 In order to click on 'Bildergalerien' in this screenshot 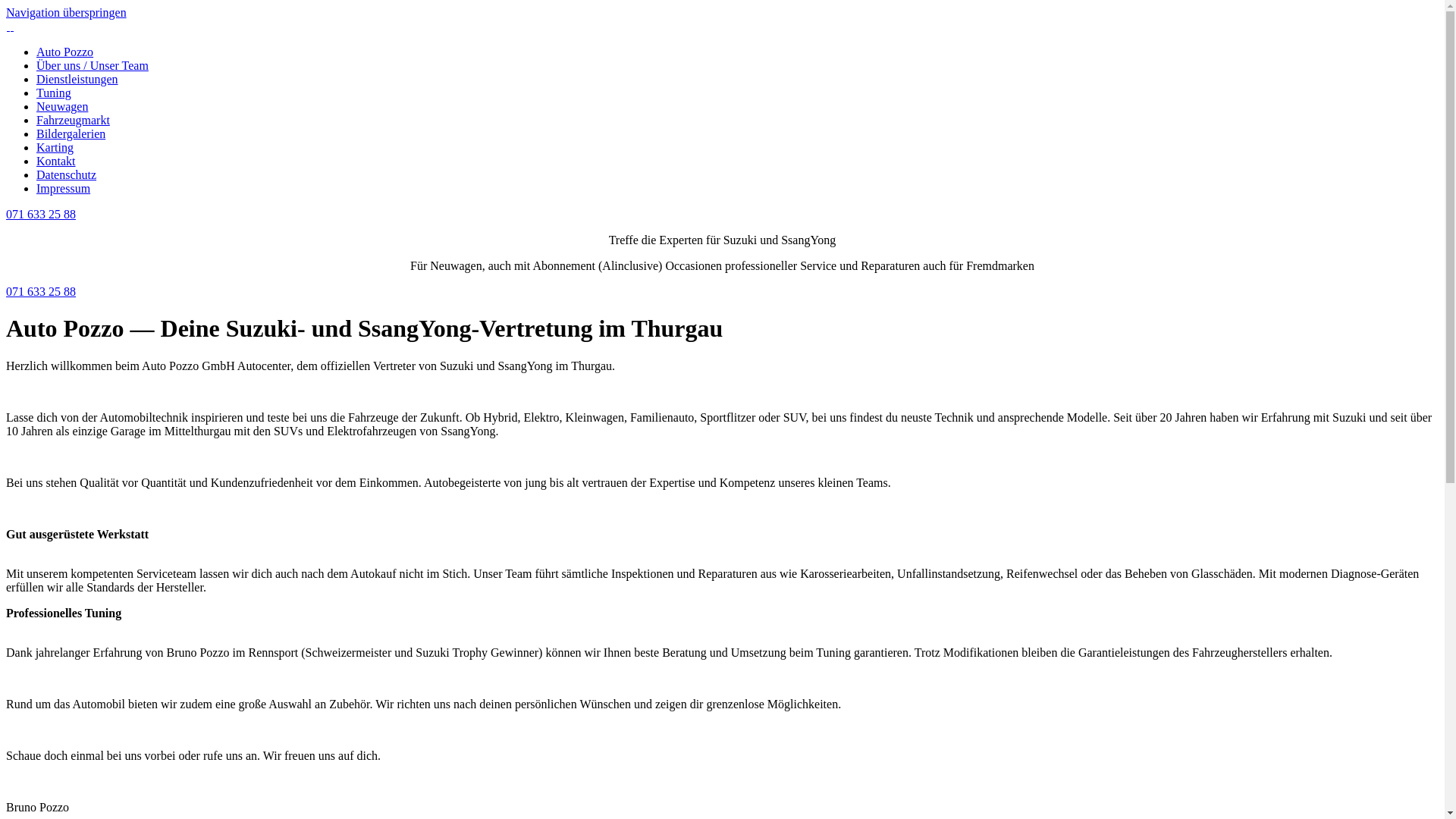, I will do `click(36, 133)`.